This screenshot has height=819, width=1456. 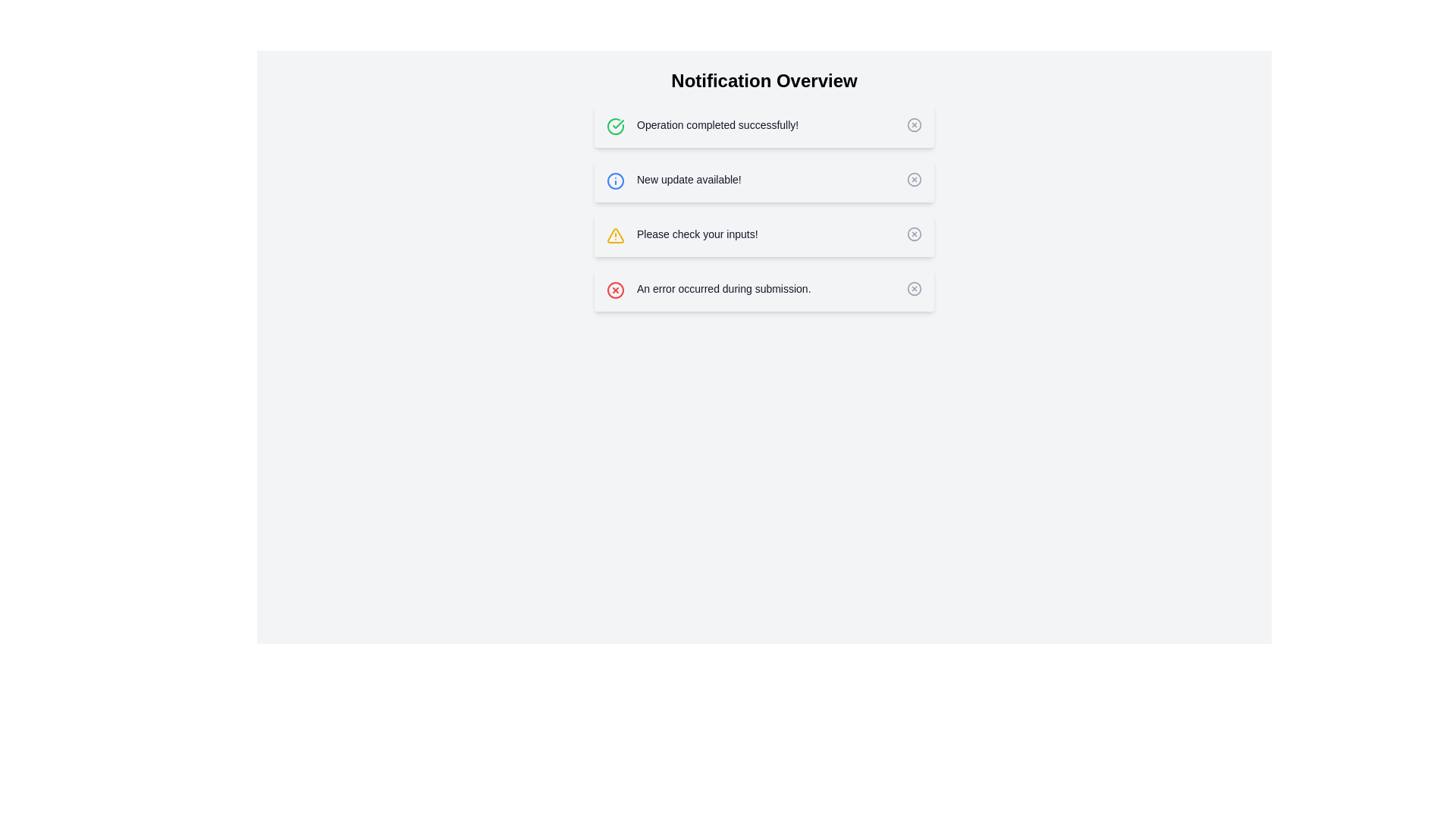 I want to click on warning icon located on the left side of the notification card with the message 'Please check your inputs!', which is the third card in a vertically stacked list of notifications, so click(x=615, y=236).